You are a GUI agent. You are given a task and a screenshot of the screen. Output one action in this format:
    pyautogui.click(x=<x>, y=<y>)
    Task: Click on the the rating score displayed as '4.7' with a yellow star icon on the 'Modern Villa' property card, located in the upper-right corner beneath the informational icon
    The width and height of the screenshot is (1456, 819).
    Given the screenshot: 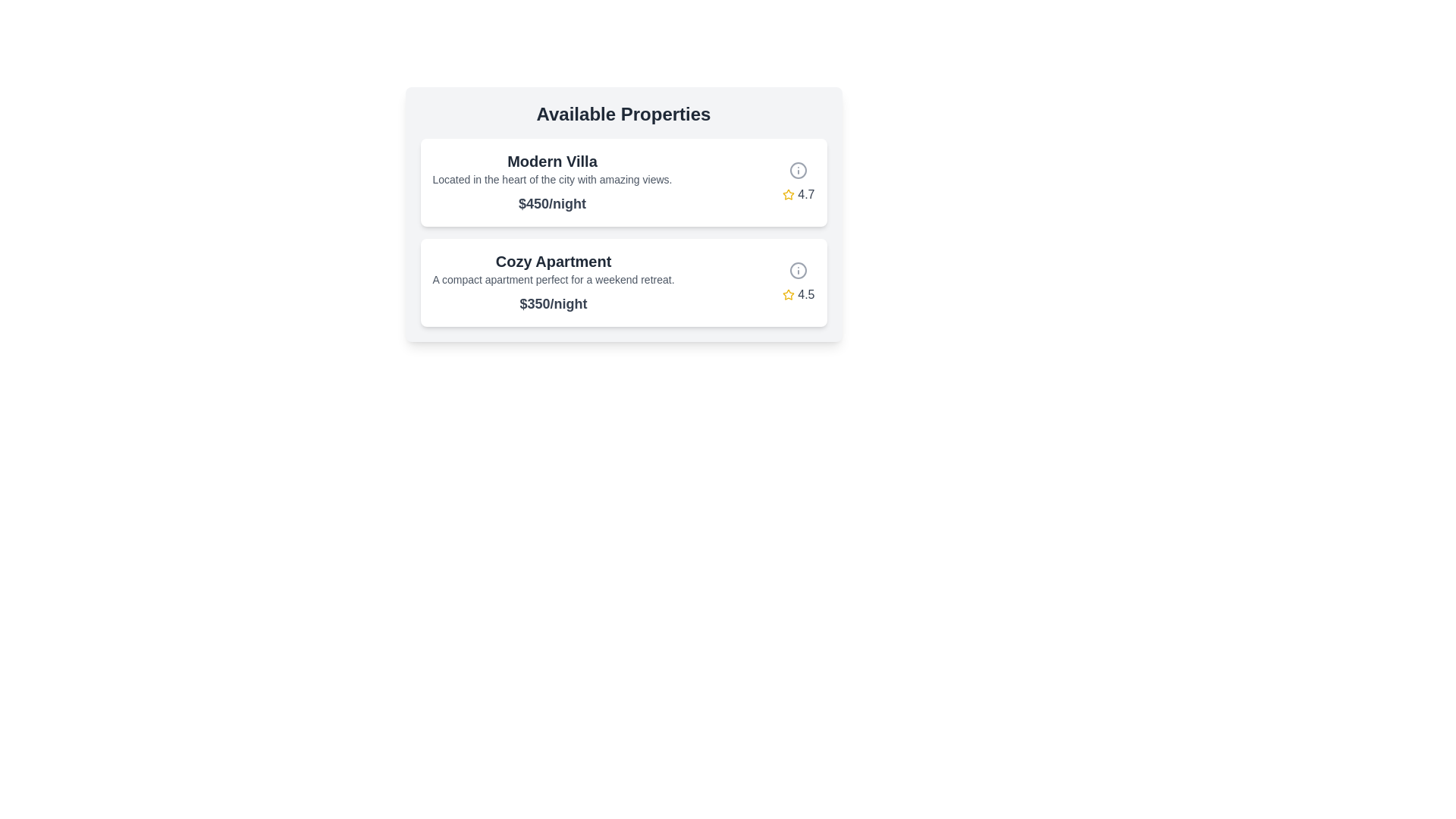 What is the action you would take?
    pyautogui.click(x=798, y=181)
    